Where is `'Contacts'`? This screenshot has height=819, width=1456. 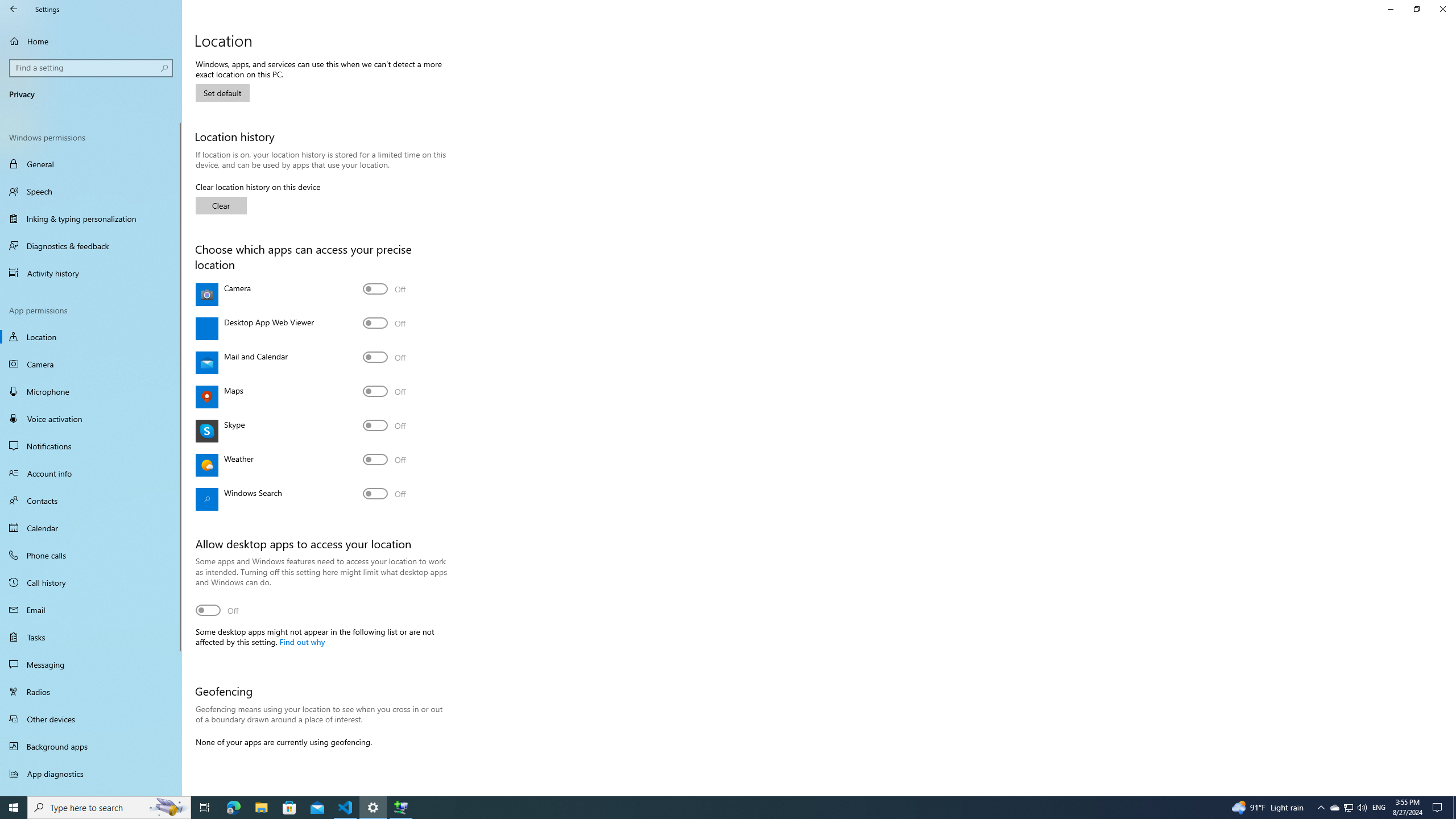
'Contacts' is located at coordinates (90, 499).